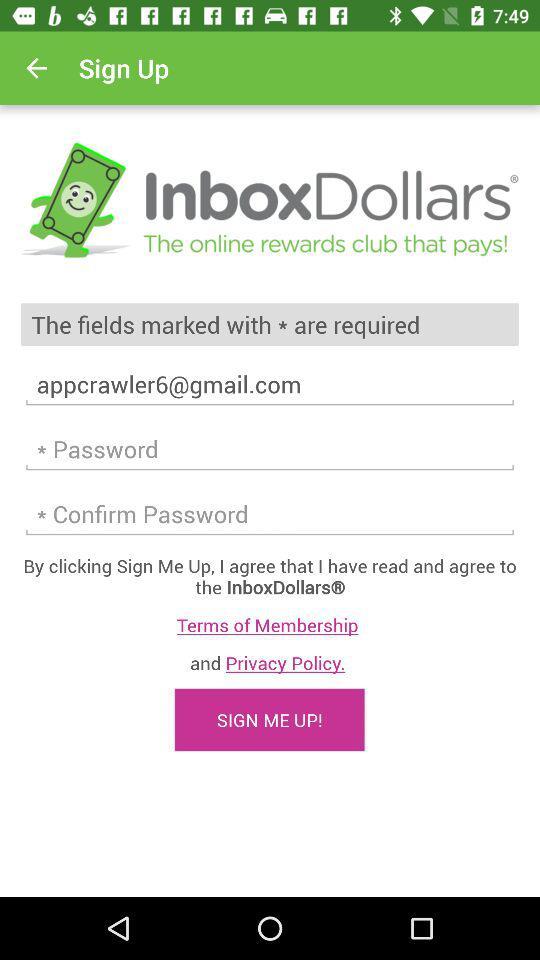 This screenshot has width=540, height=960. I want to click on appcrawler6@gmail.com item, so click(270, 383).